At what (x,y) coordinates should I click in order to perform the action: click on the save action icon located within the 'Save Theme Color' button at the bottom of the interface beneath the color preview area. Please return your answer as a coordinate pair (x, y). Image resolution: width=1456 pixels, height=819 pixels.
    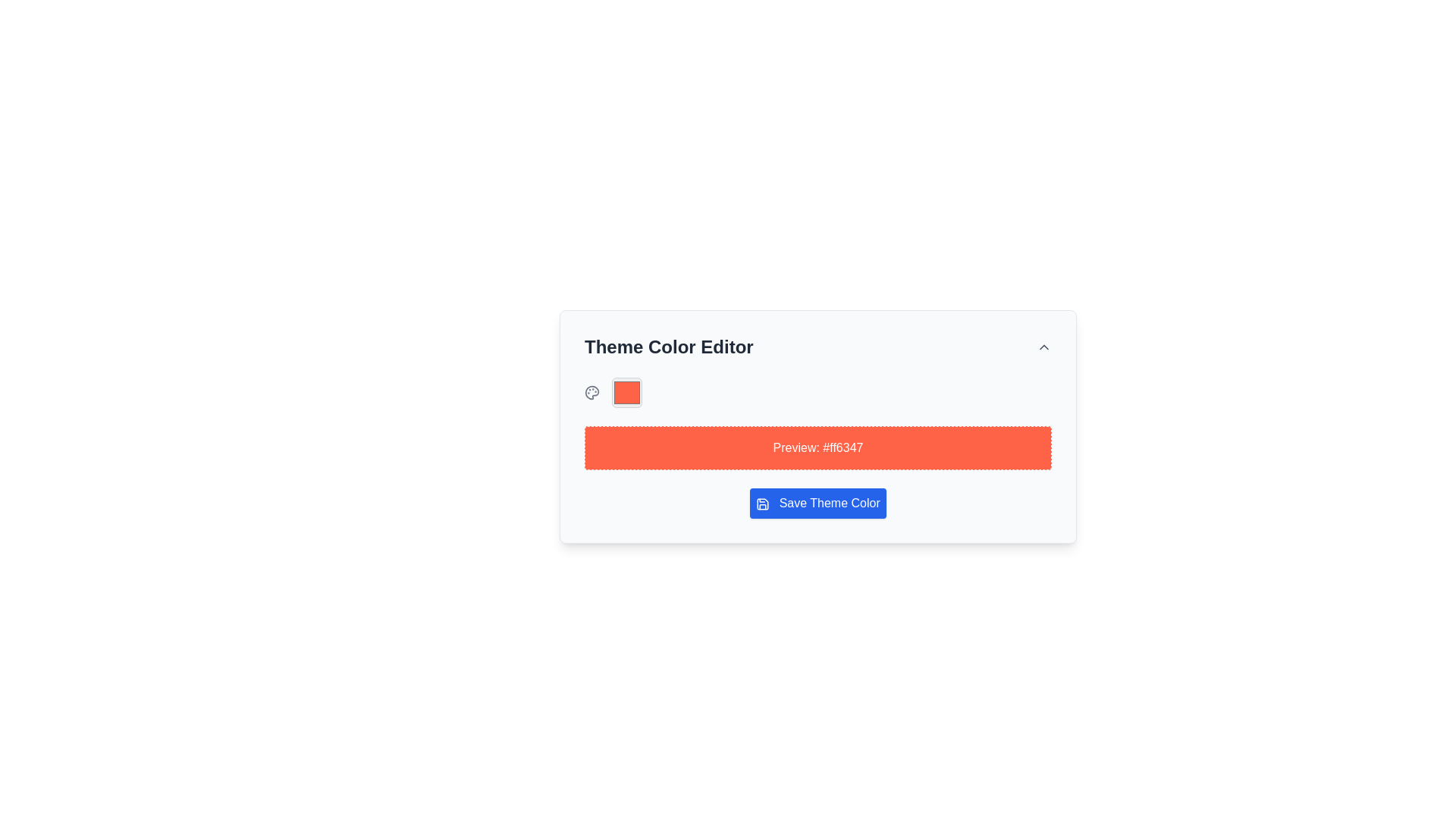
    Looking at the image, I should click on (763, 504).